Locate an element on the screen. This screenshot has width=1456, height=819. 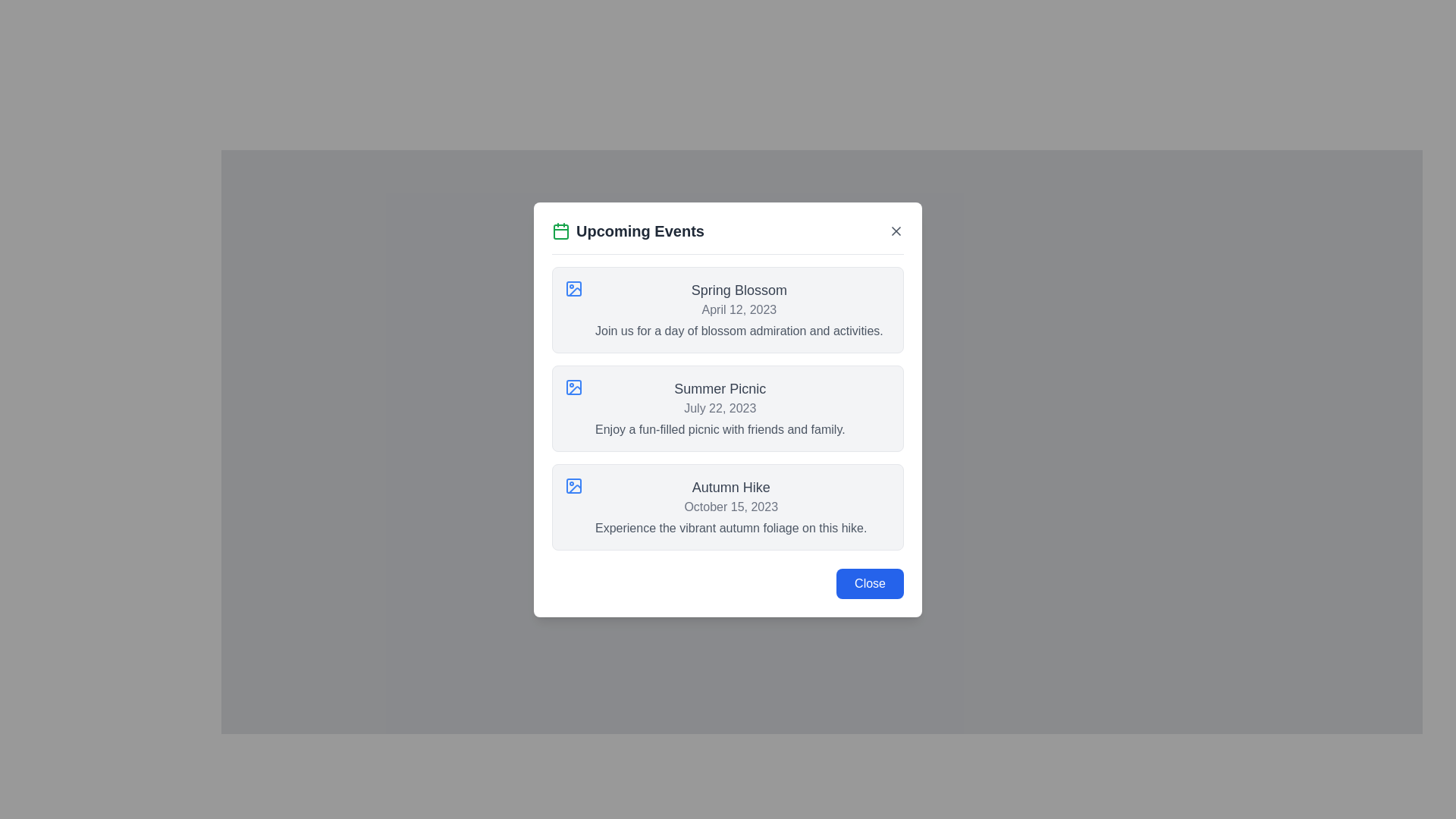
the text label displaying 'Autumn Hike' in the Upcoming Events interface, which is styled in bold gray font and located above the event details is located at coordinates (731, 487).